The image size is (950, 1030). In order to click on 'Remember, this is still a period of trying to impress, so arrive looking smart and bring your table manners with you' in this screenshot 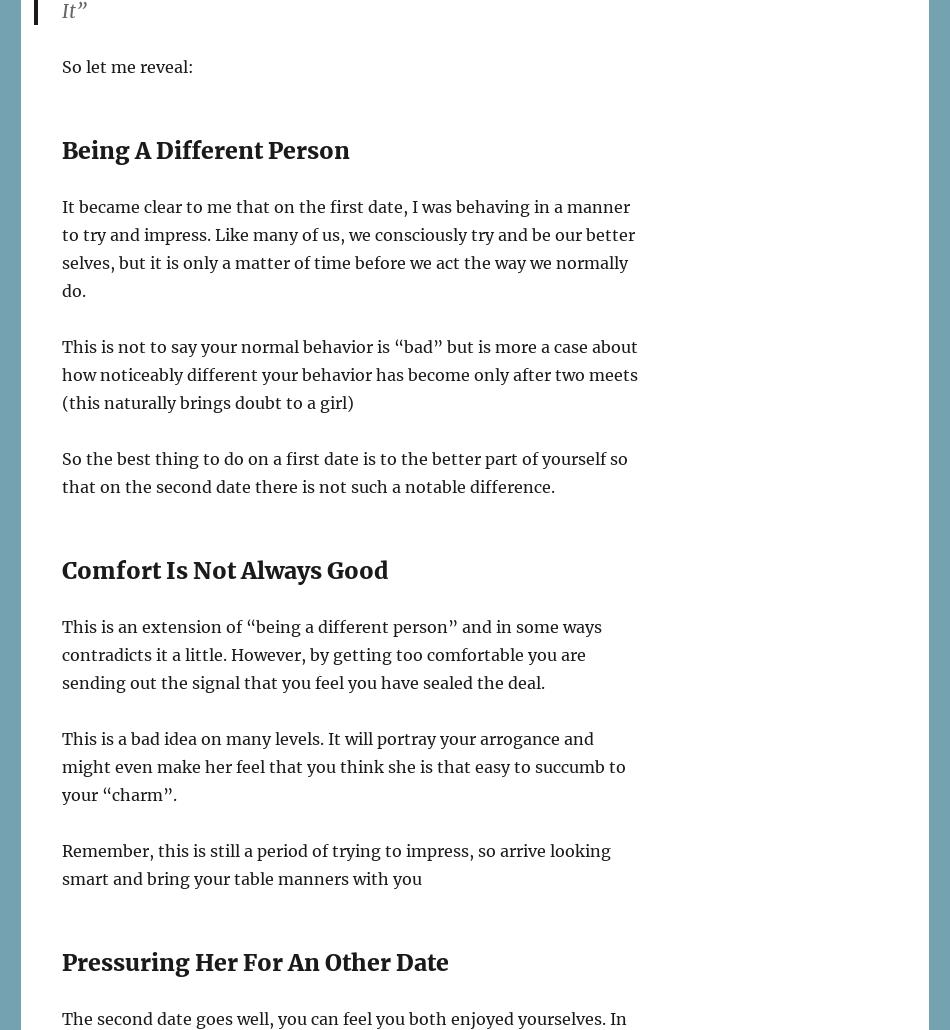, I will do `click(335, 864)`.